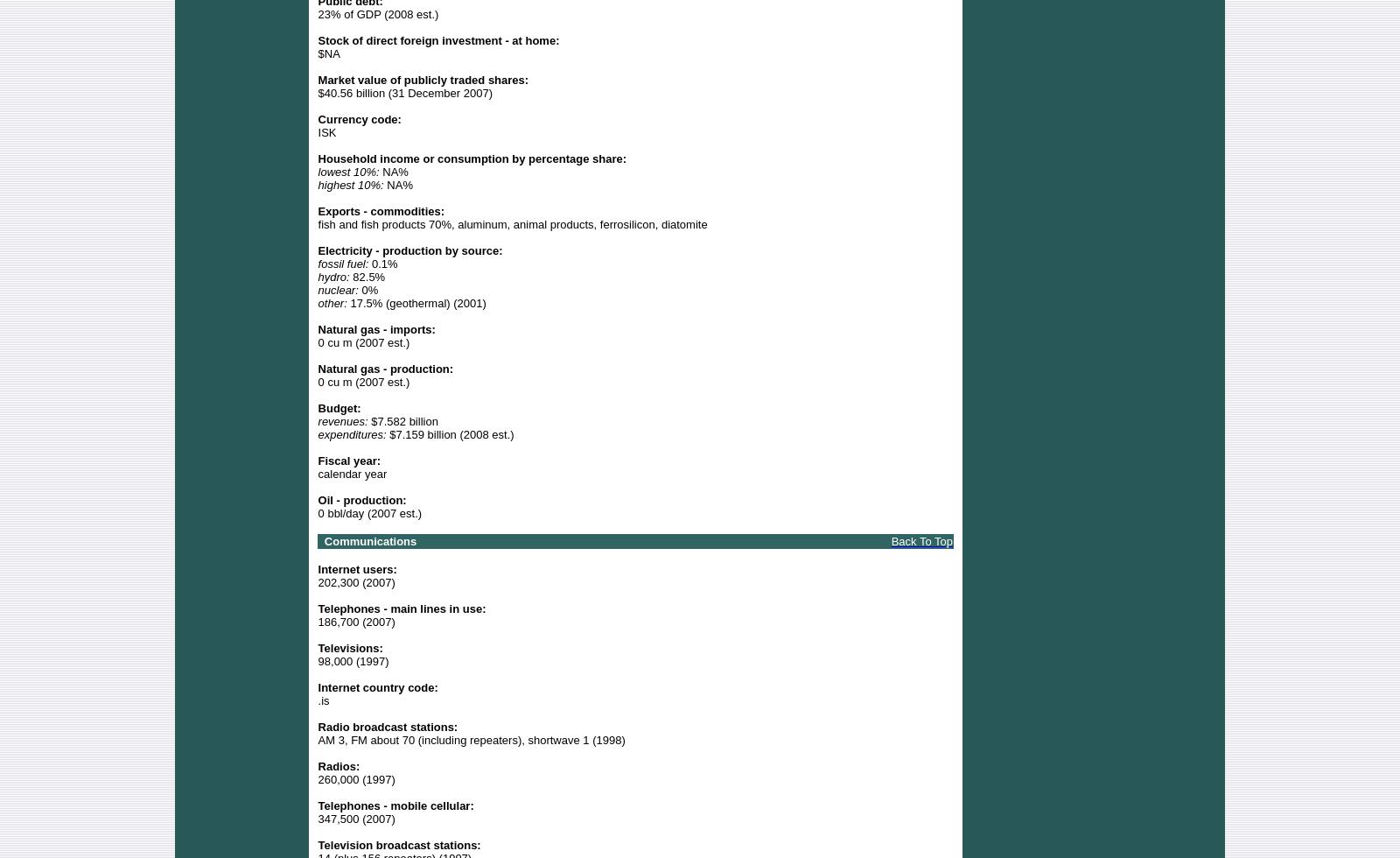 Image resolution: width=1400 pixels, height=858 pixels. What do you see at coordinates (328, 53) in the screenshot?
I see `'$NA'` at bounding box center [328, 53].